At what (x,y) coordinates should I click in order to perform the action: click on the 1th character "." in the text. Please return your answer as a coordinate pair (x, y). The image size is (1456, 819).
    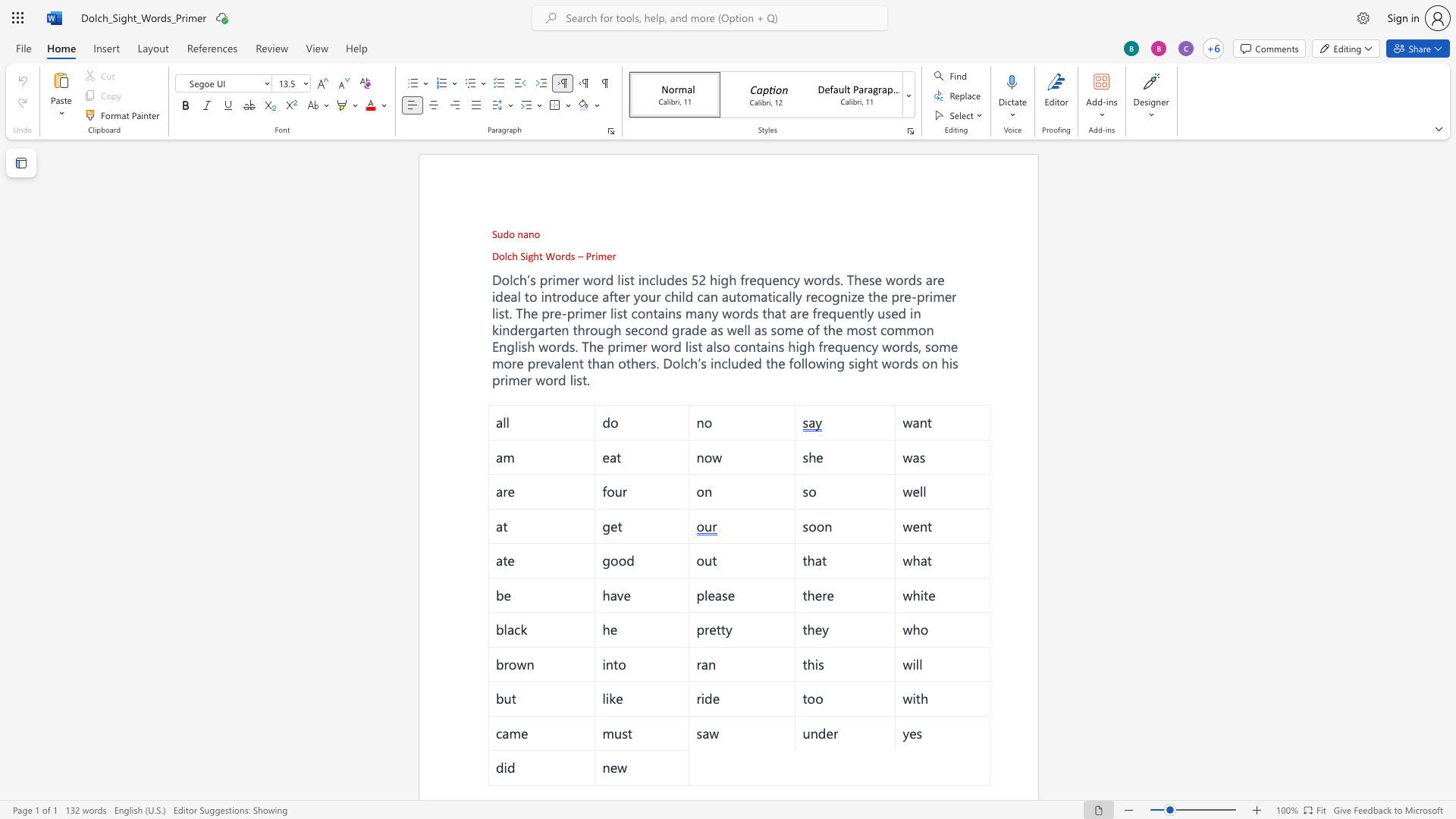
    Looking at the image, I should click on (657, 362).